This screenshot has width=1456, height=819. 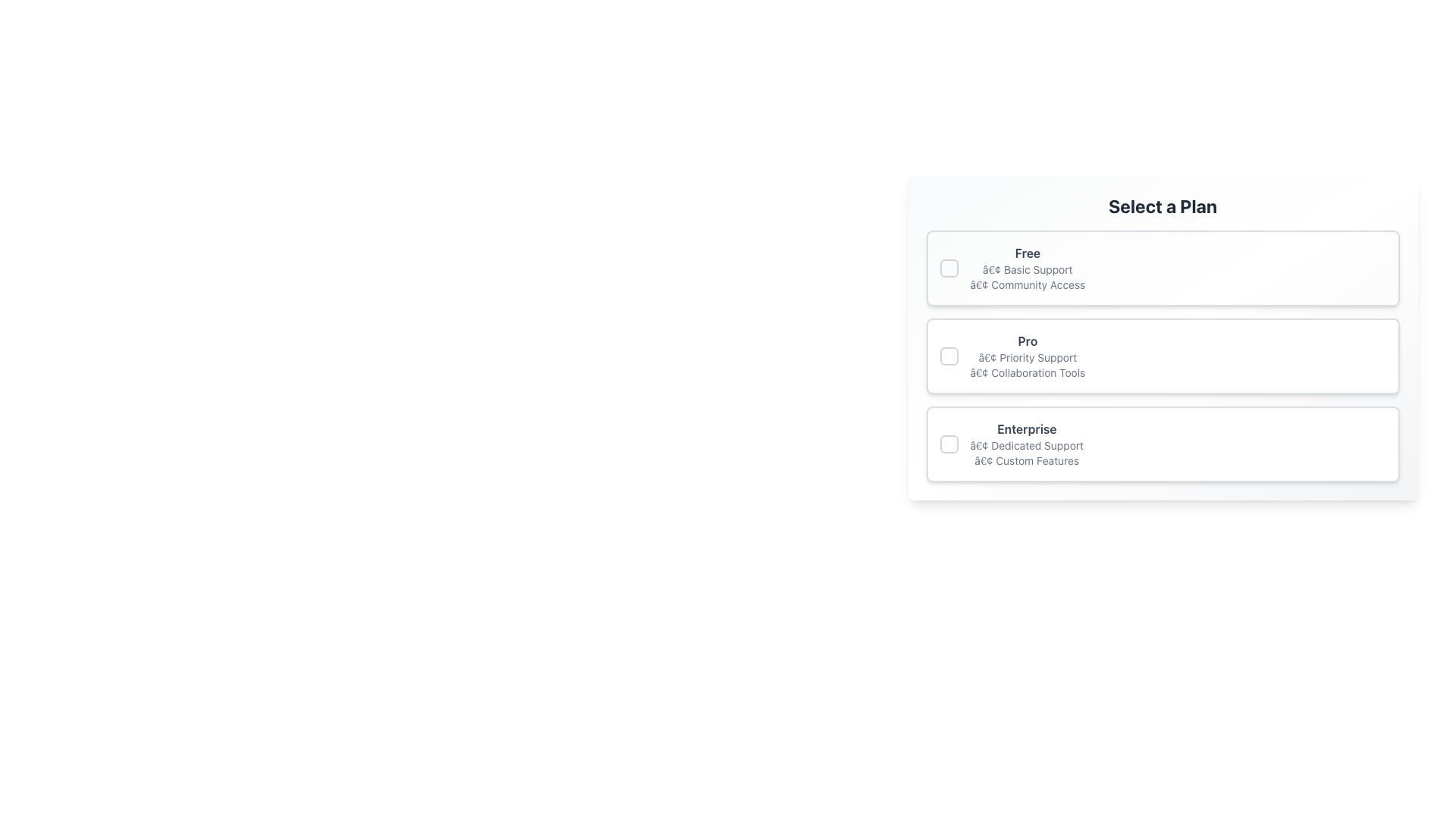 What do you see at coordinates (1028, 366) in the screenshot?
I see `text label describing the features of the 'Pro' plan, which includes 'Priority Support' and 'Collaboration Tools'. This label is located in the second box under the title 'Select a Plan'` at bounding box center [1028, 366].